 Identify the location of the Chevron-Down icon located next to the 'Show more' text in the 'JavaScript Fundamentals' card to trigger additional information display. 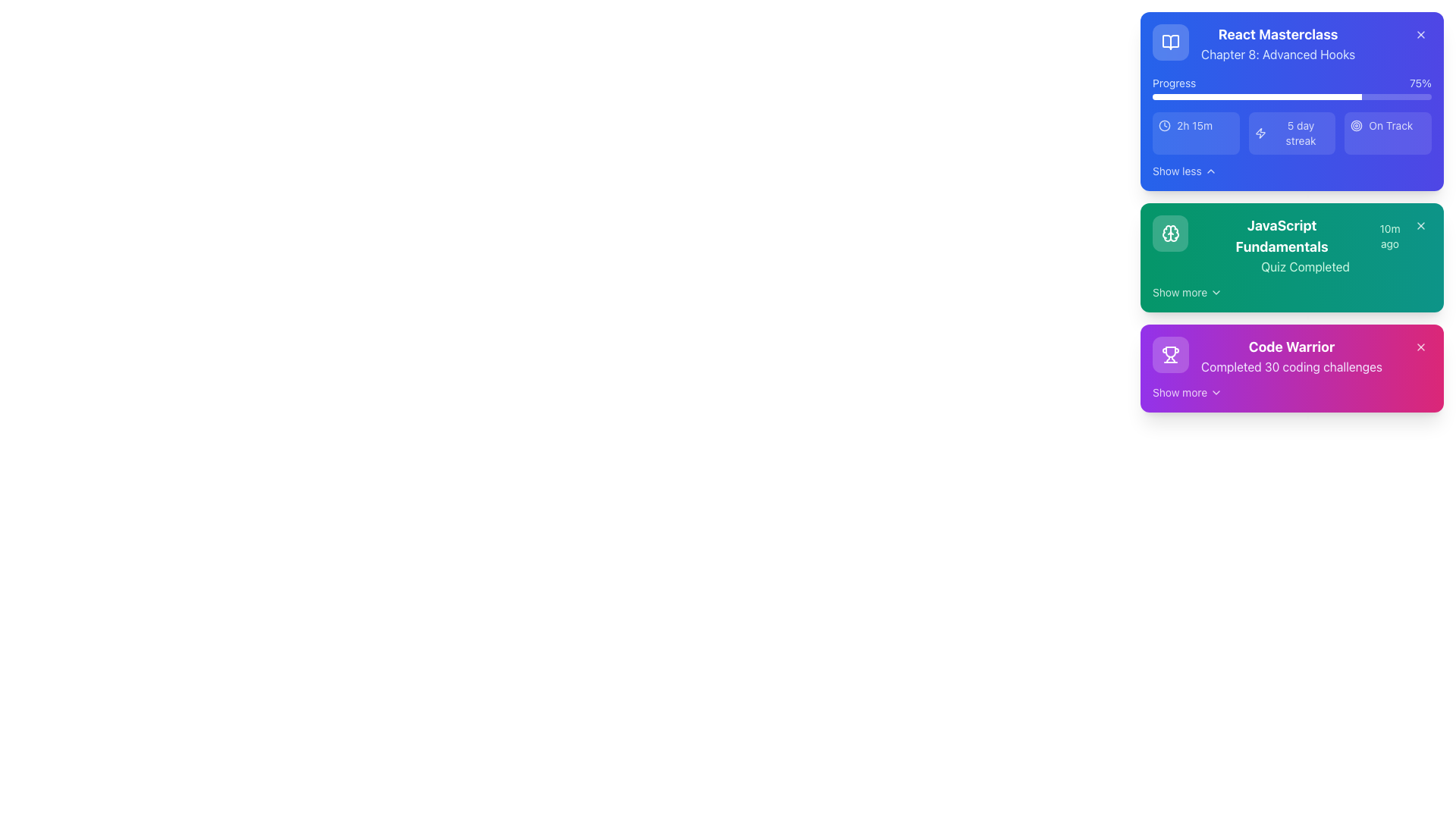
(1216, 292).